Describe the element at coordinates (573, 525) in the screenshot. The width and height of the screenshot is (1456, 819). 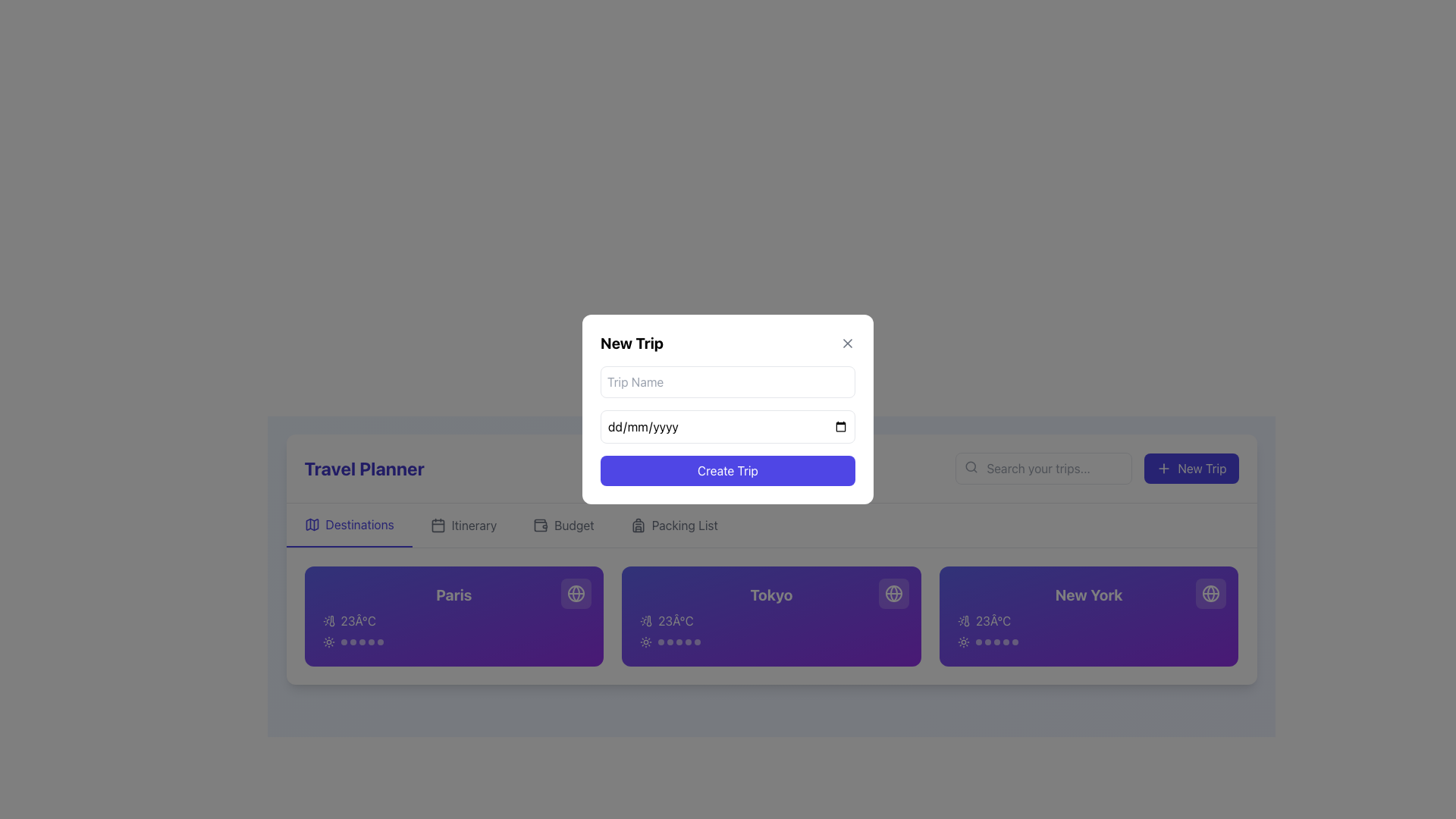
I see `the 'Budget' navigation link located under the 'Travel Planner' section` at that location.